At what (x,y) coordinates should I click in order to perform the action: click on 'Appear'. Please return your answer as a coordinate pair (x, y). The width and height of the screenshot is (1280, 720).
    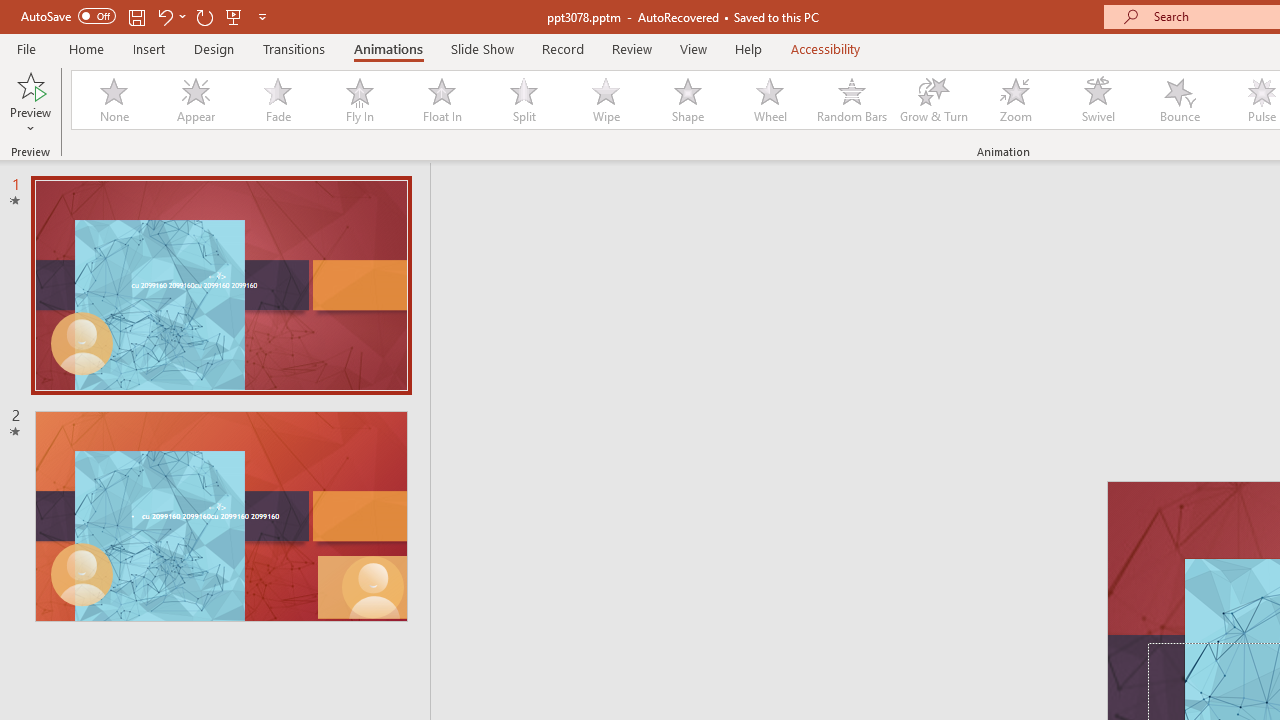
    Looking at the image, I should click on (195, 100).